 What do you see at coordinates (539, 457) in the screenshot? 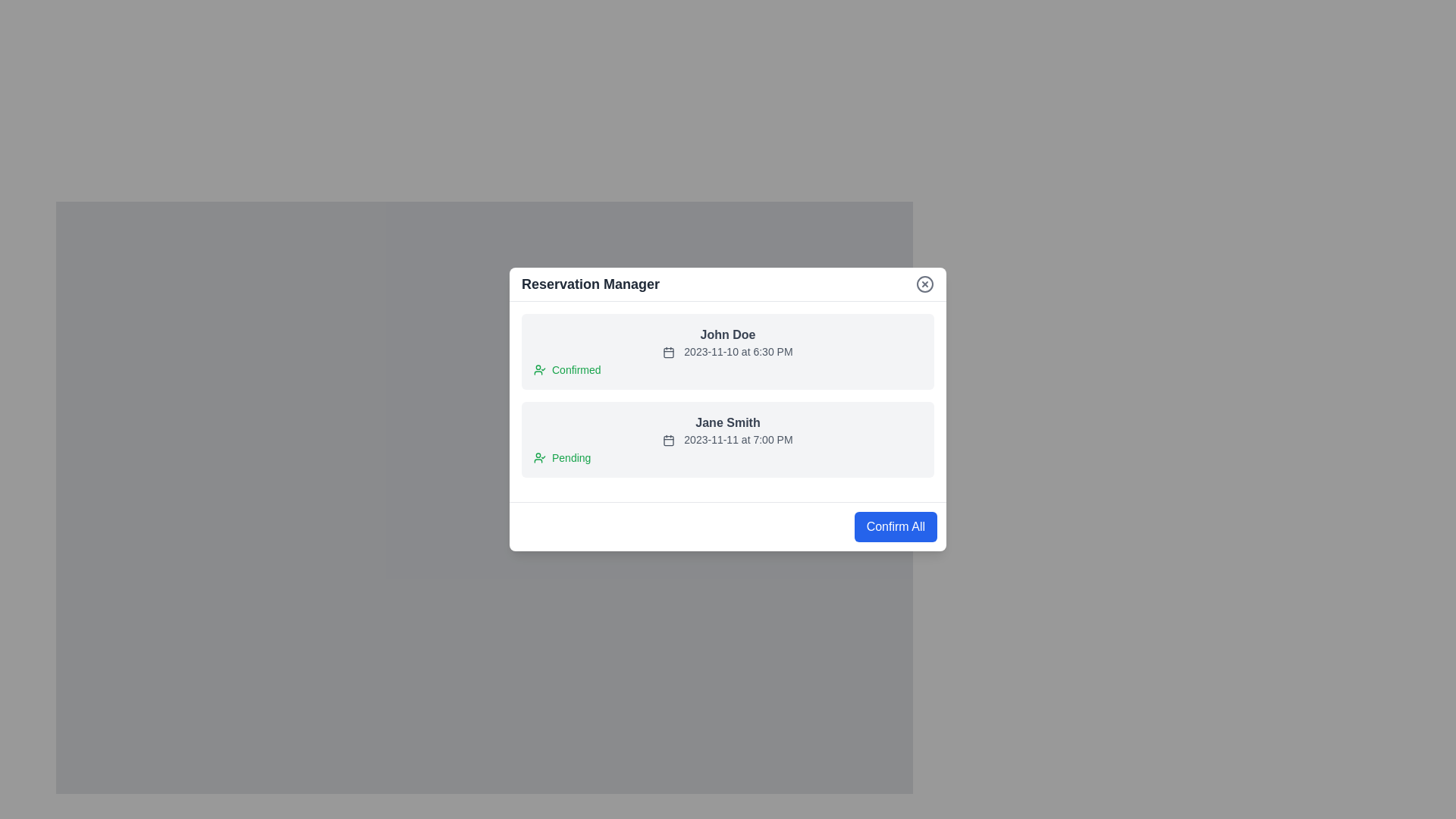
I see `user check icon located in the 'Pending' status group under 'Jane Smith' in the reservation list, positioned in the second row` at bounding box center [539, 457].